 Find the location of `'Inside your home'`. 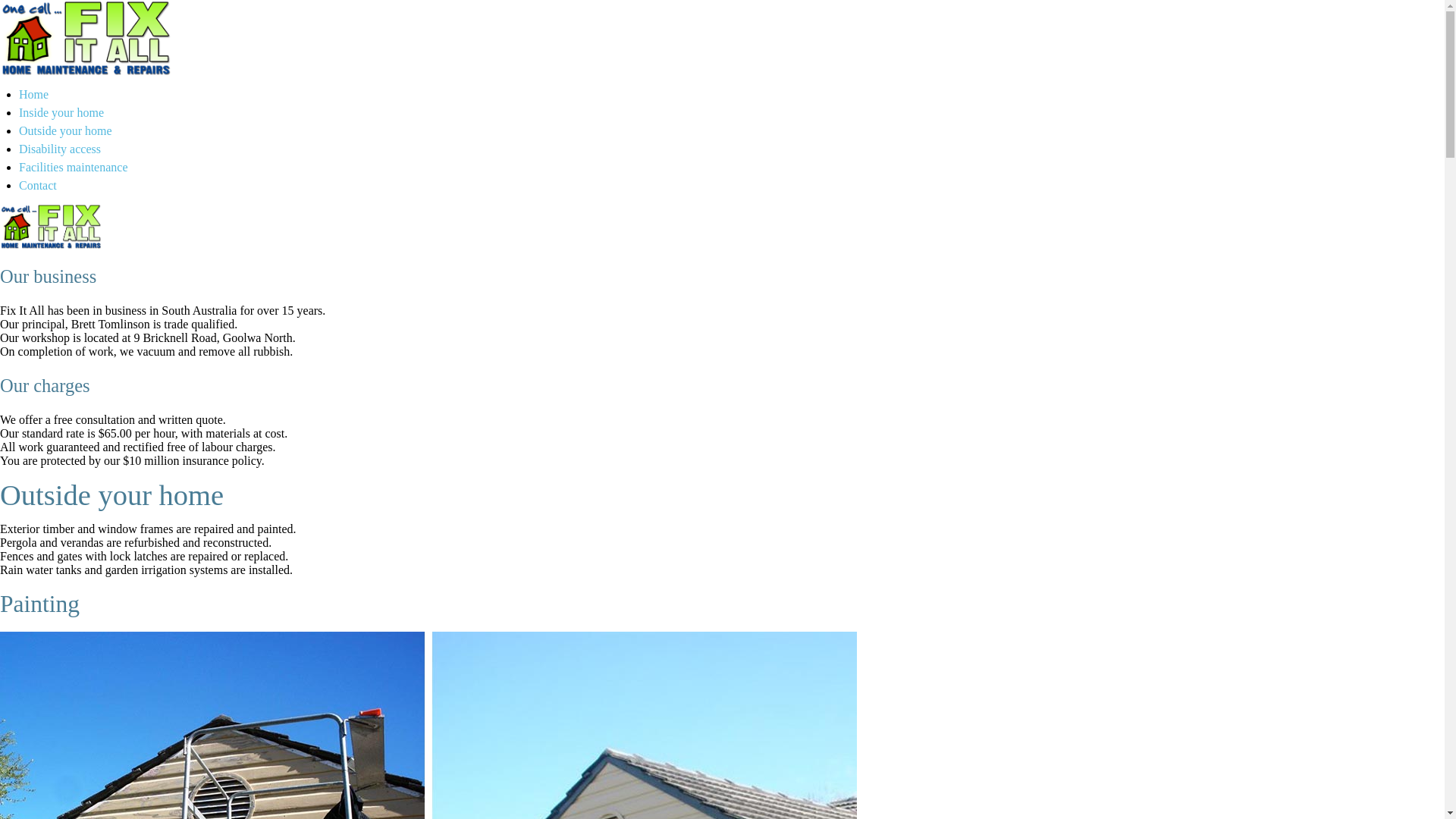

'Inside your home' is located at coordinates (61, 111).